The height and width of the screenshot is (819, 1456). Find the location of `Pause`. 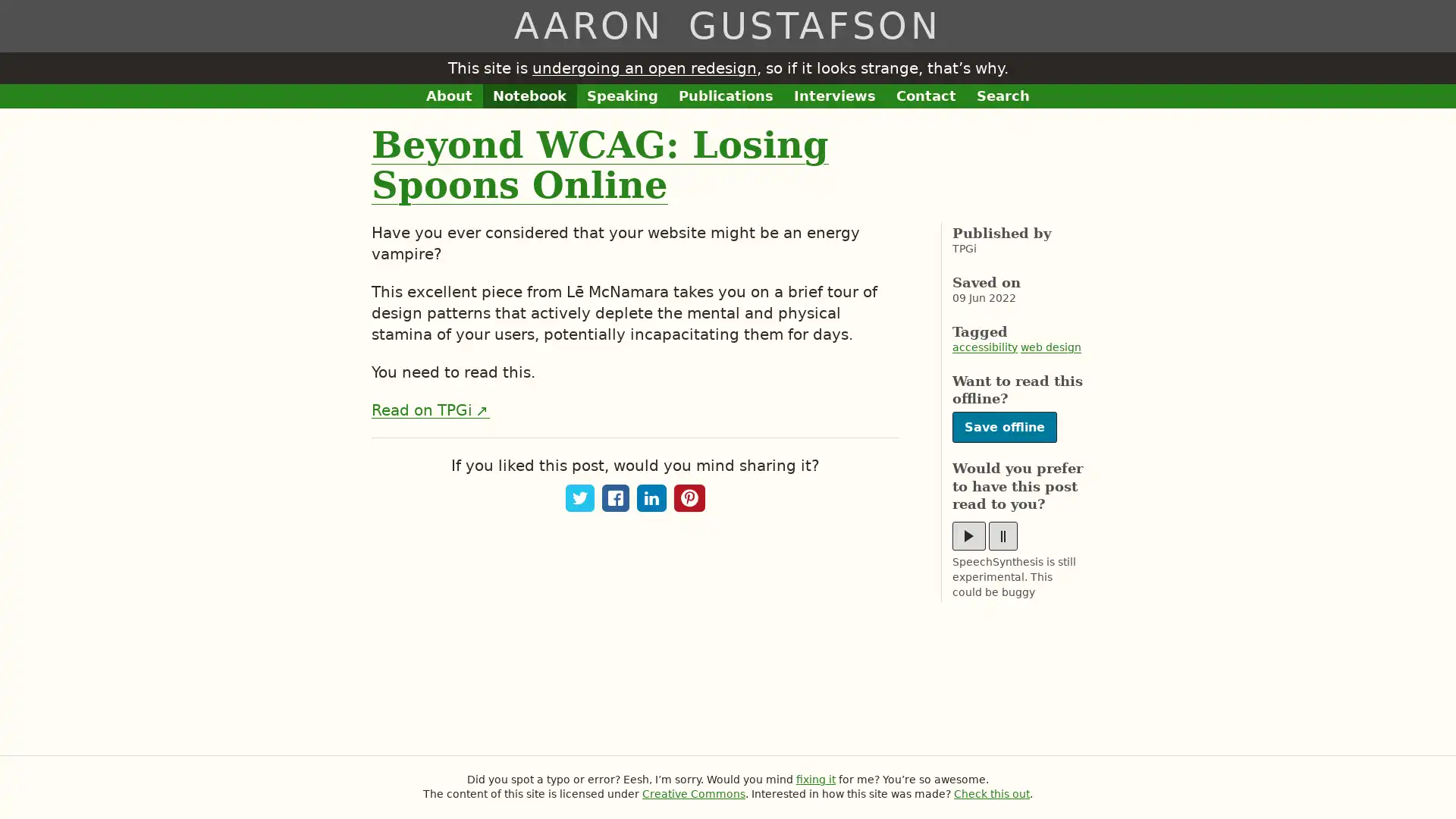

Pause is located at coordinates (1003, 535).